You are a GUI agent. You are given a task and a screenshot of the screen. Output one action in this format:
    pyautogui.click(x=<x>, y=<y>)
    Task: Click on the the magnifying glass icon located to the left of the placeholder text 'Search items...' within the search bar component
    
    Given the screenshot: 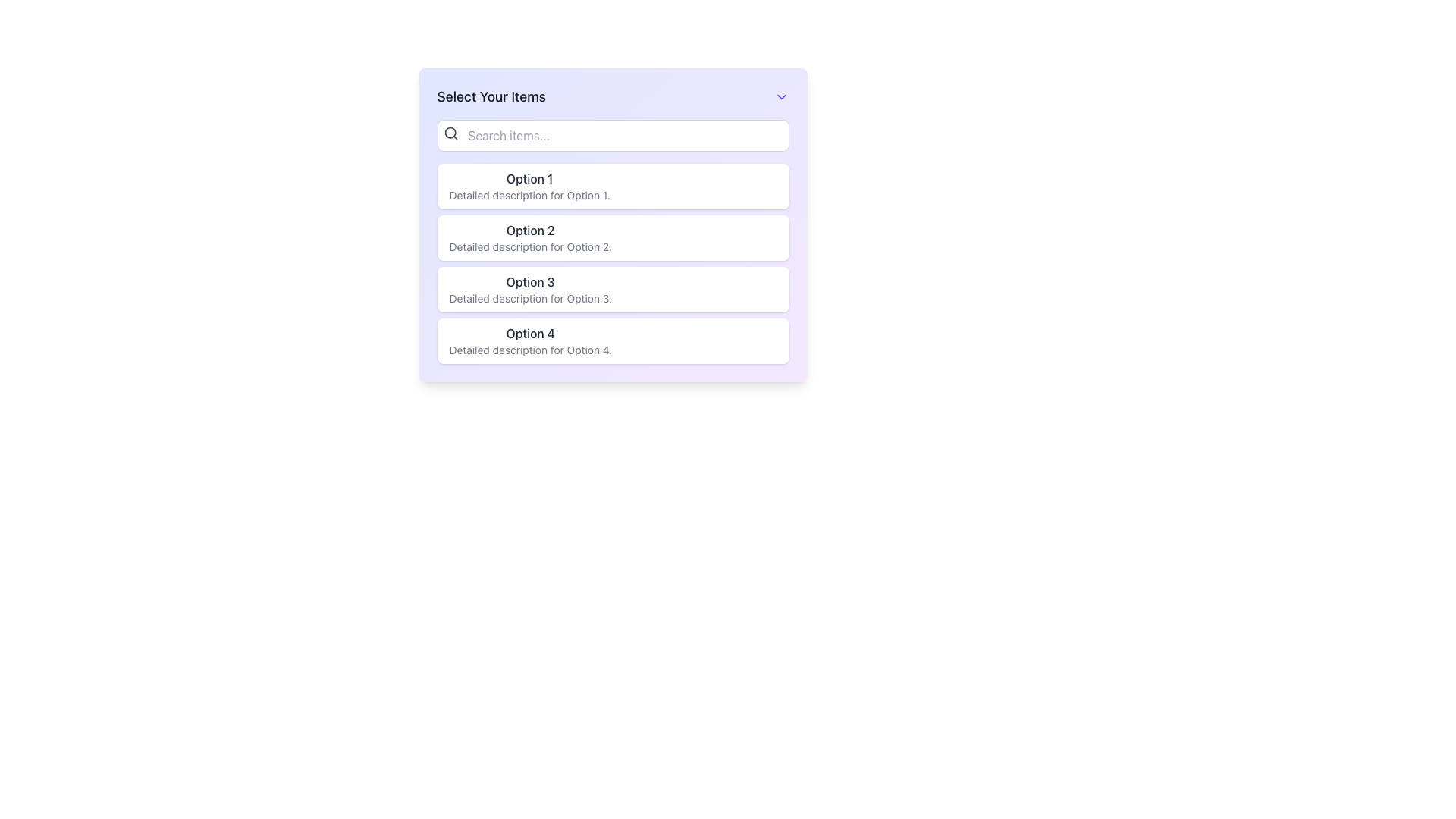 What is the action you would take?
    pyautogui.click(x=450, y=133)
    